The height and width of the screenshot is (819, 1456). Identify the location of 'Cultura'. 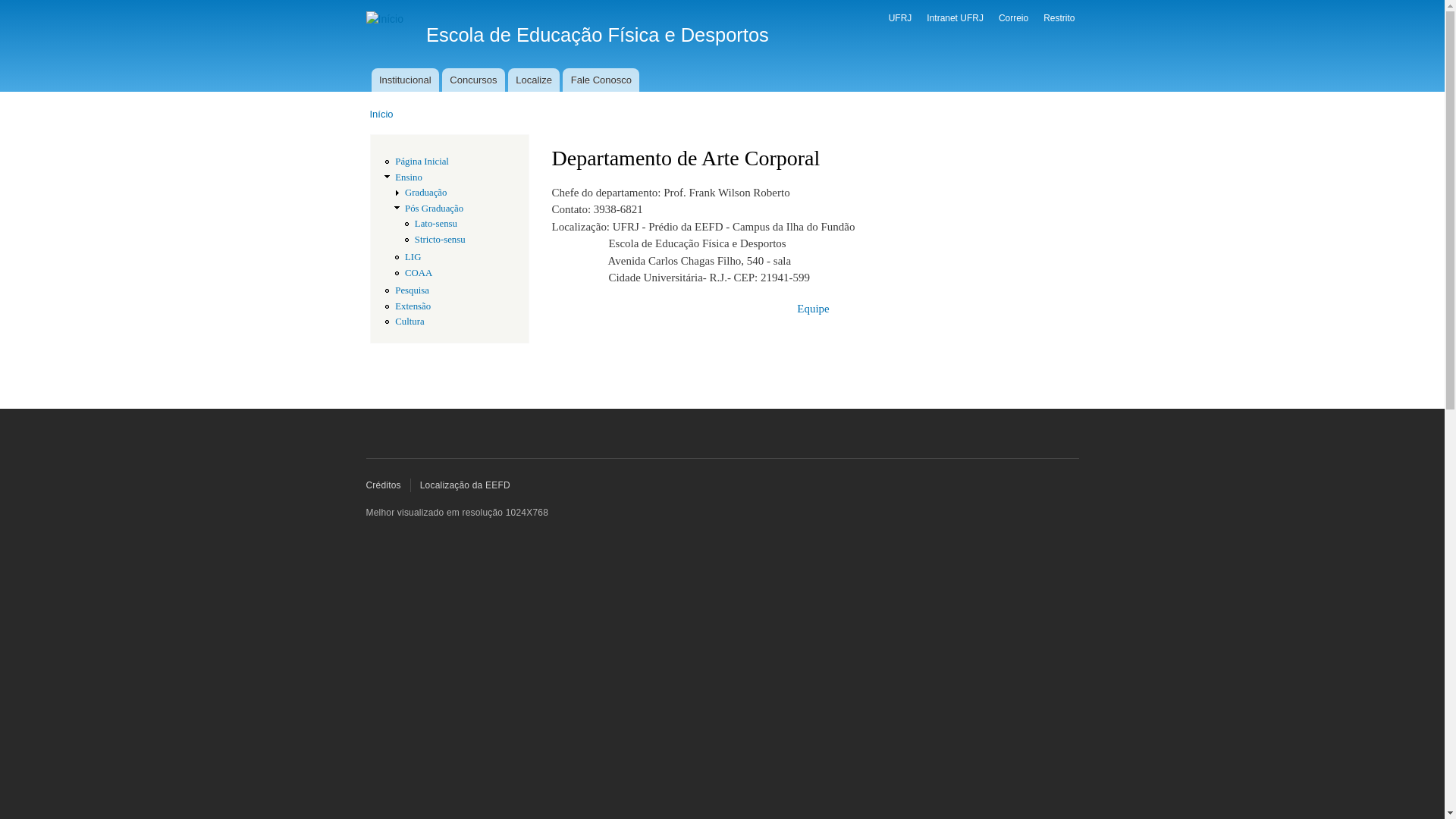
(395, 321).